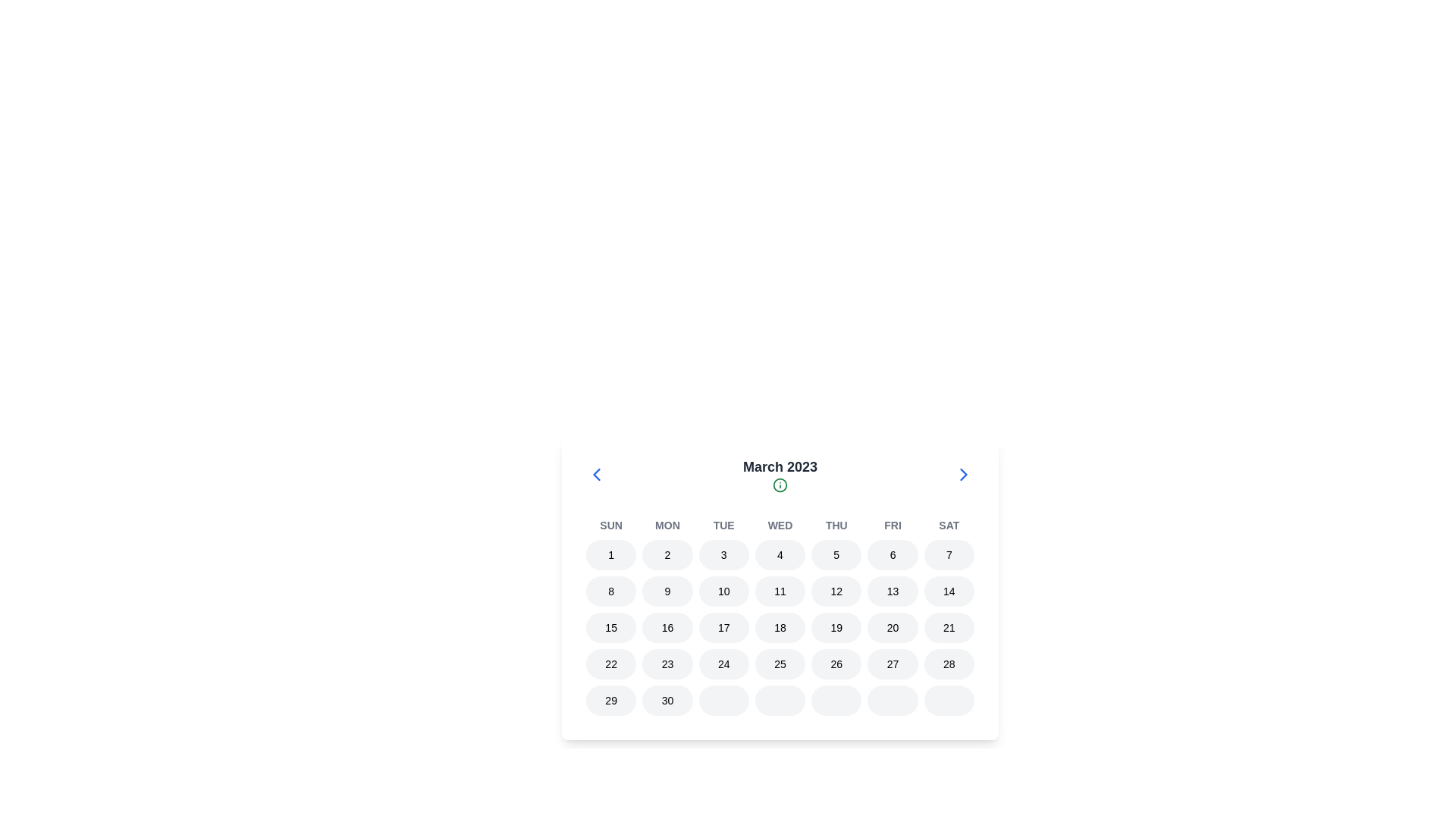  What do you see at coordinates (948, 590) in the screenshot?
I see `the date selector button for the 14th of the month located in the bottom row of the calendar interface` at bounding box center [948, 590].